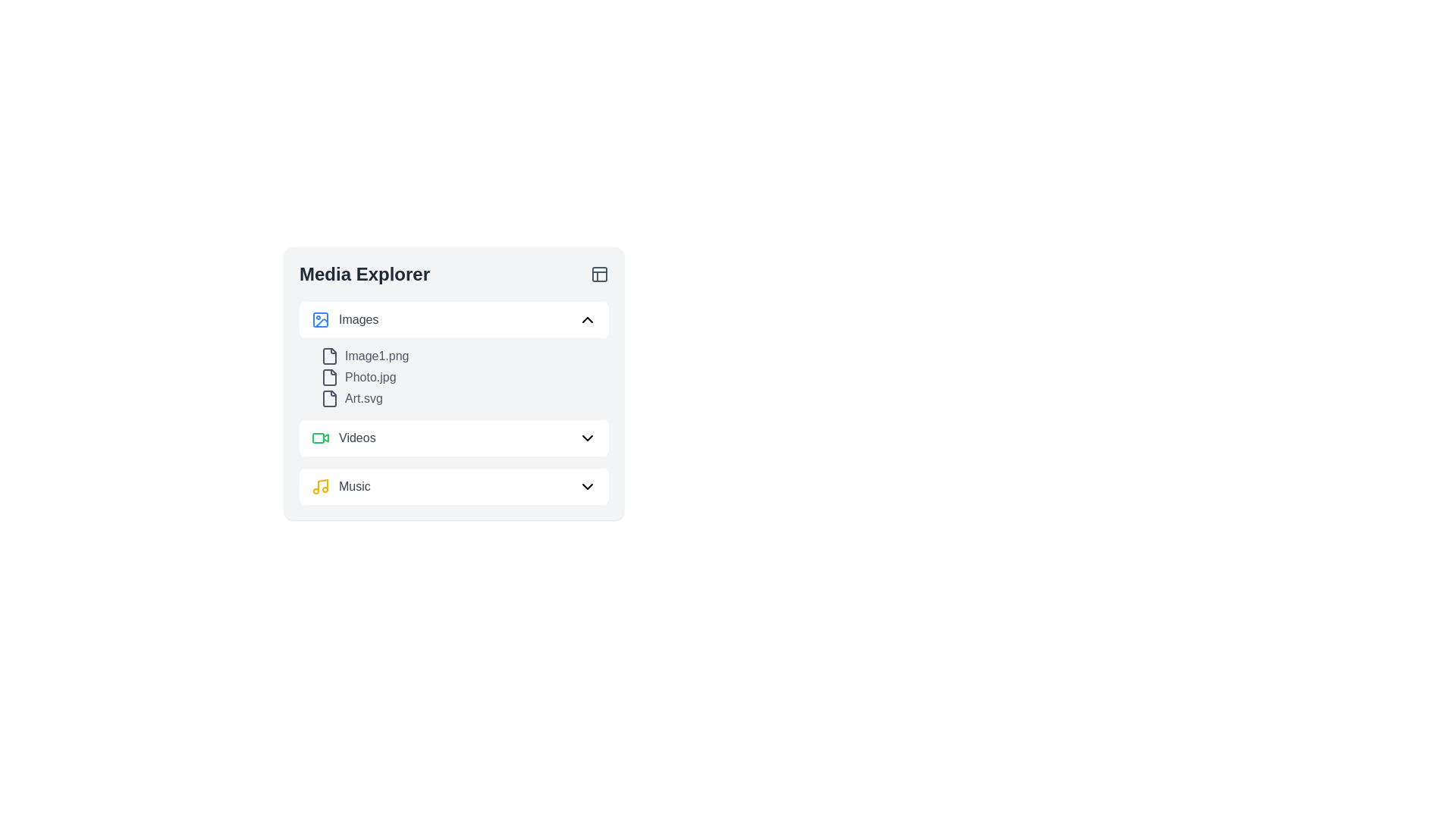 This screenshot has width=1456, height=819. I want to click on the Music category vector icon in the Media Explorer panel, which is located at the lower portion next to the text 'Music', so click(319, 486).